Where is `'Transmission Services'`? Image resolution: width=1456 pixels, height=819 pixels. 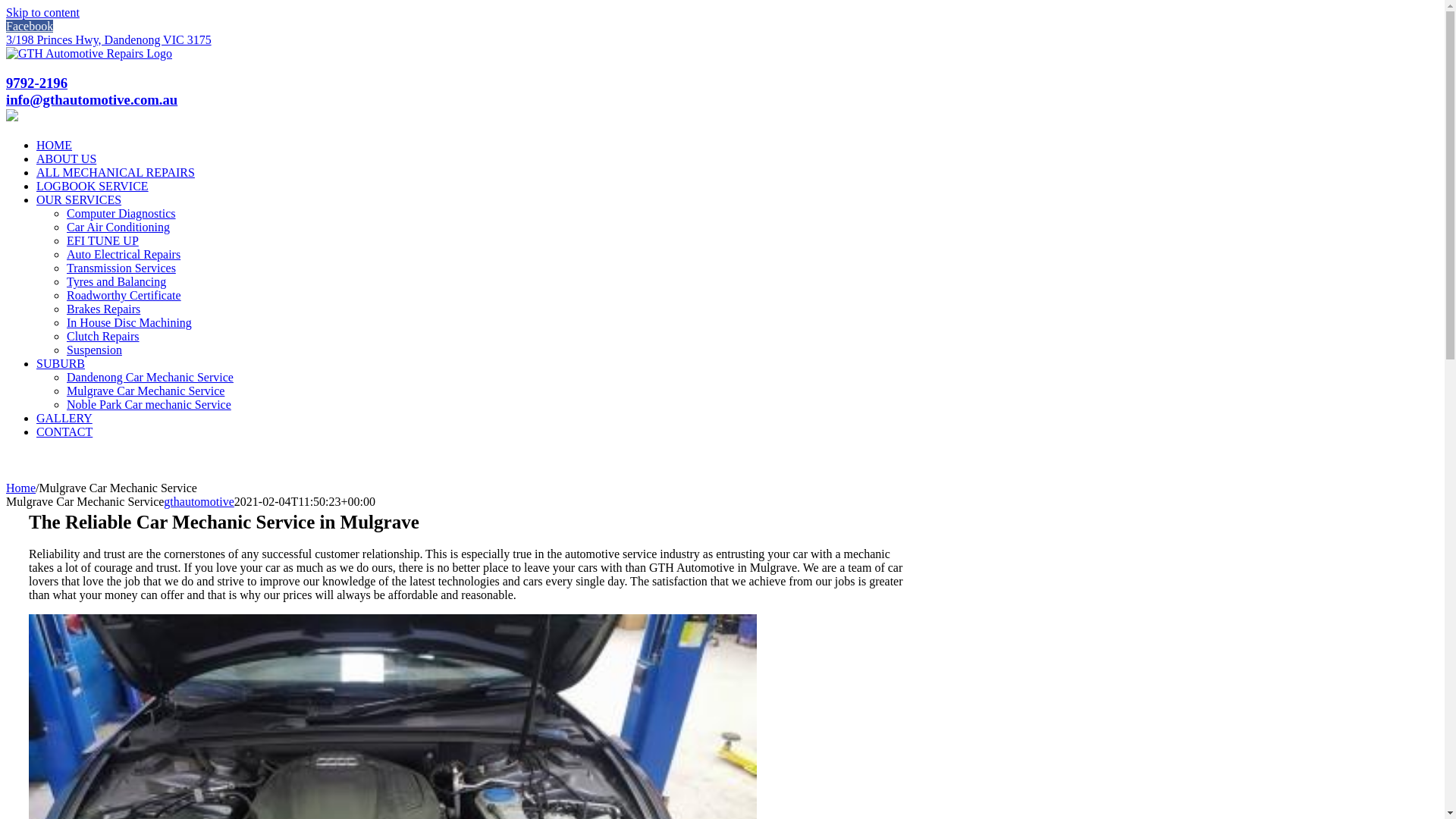
'Transmission Services' is located at coordinates (65, 267).